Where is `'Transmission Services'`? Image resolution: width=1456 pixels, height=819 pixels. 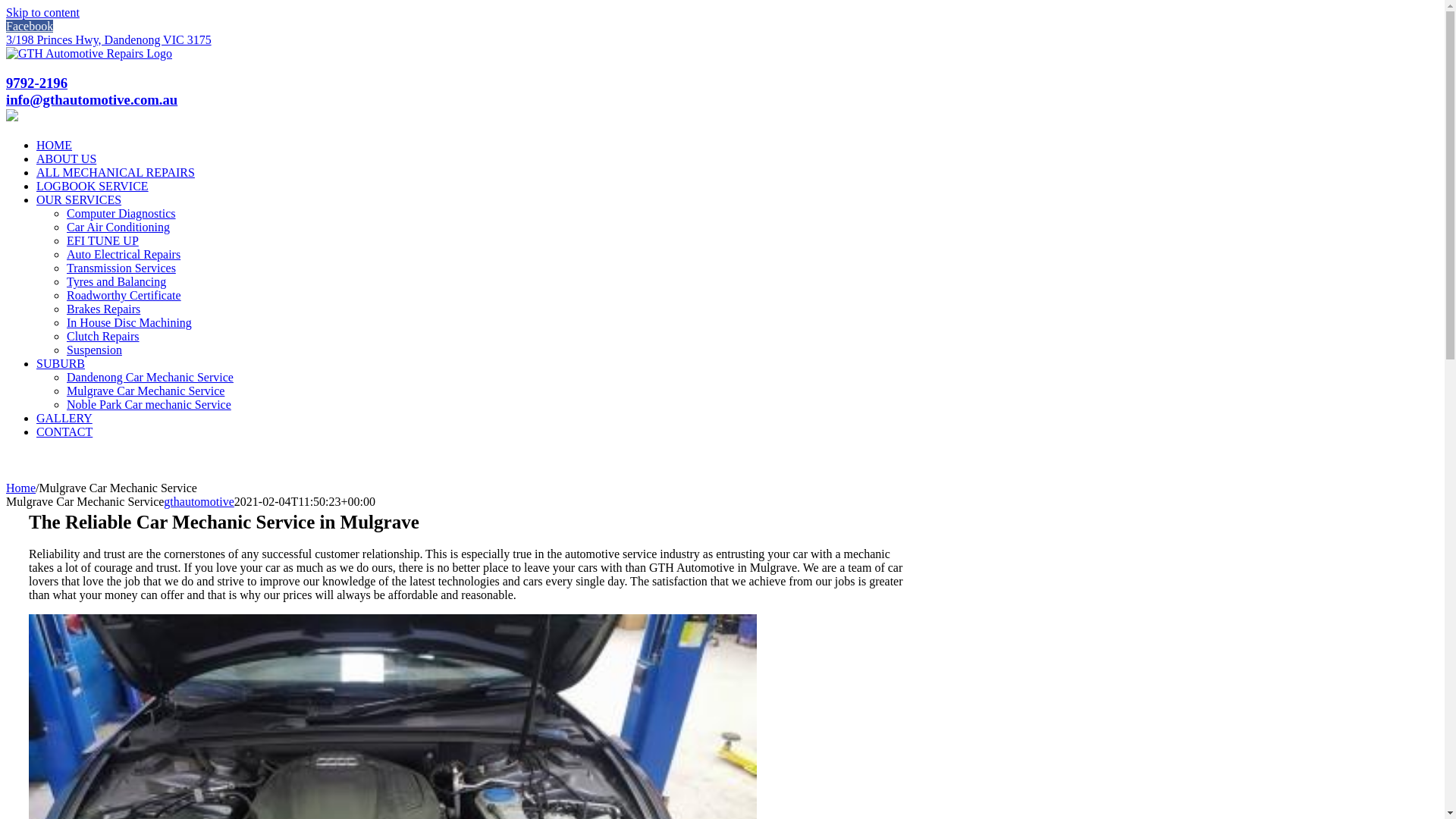
'Transmission Services' is located at coordinates (65, 267).